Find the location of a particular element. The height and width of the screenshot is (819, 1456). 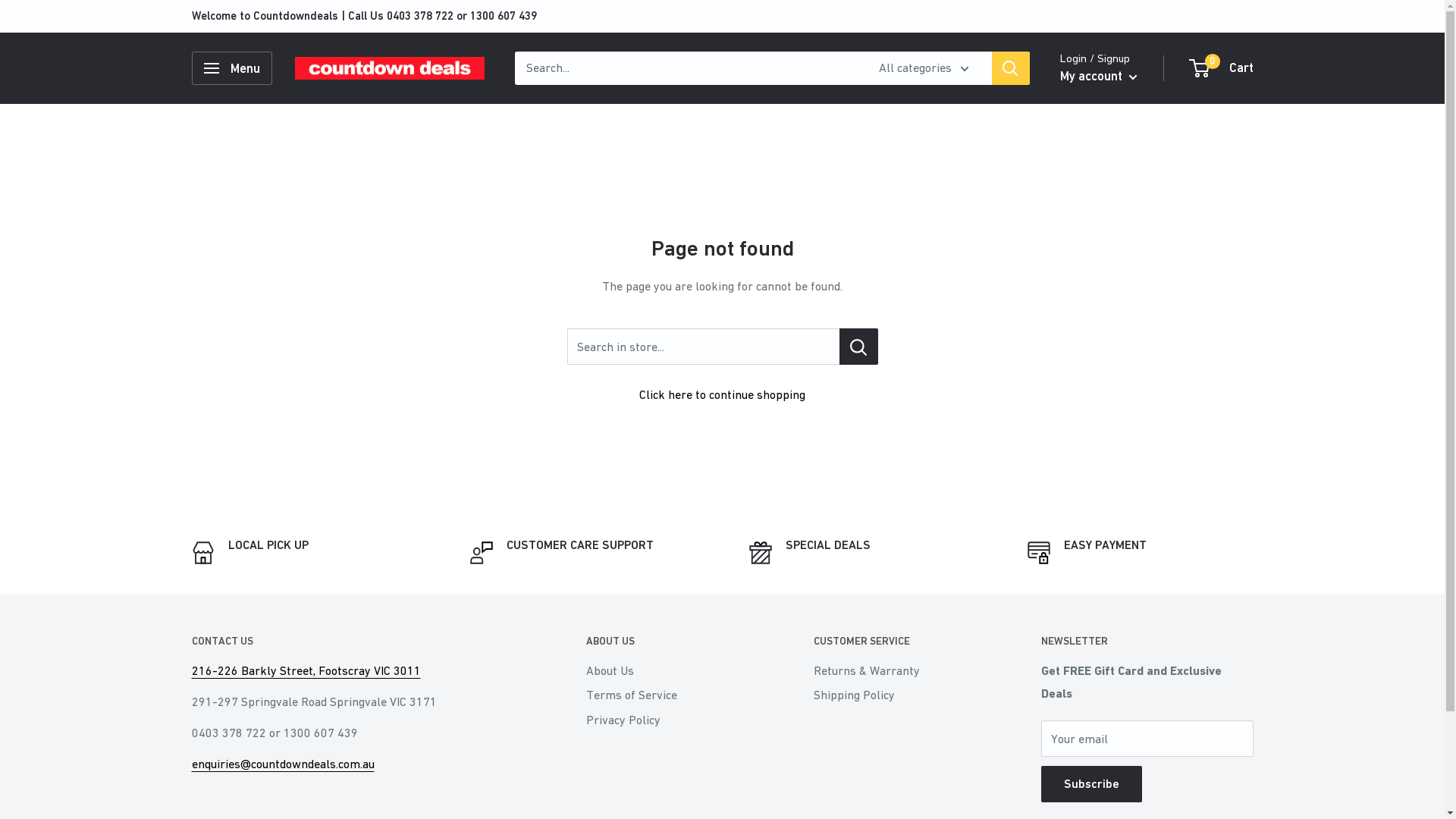

'216-226 Barkly Street, Footscray VIC 3011' is located at coordinates (305, 669).